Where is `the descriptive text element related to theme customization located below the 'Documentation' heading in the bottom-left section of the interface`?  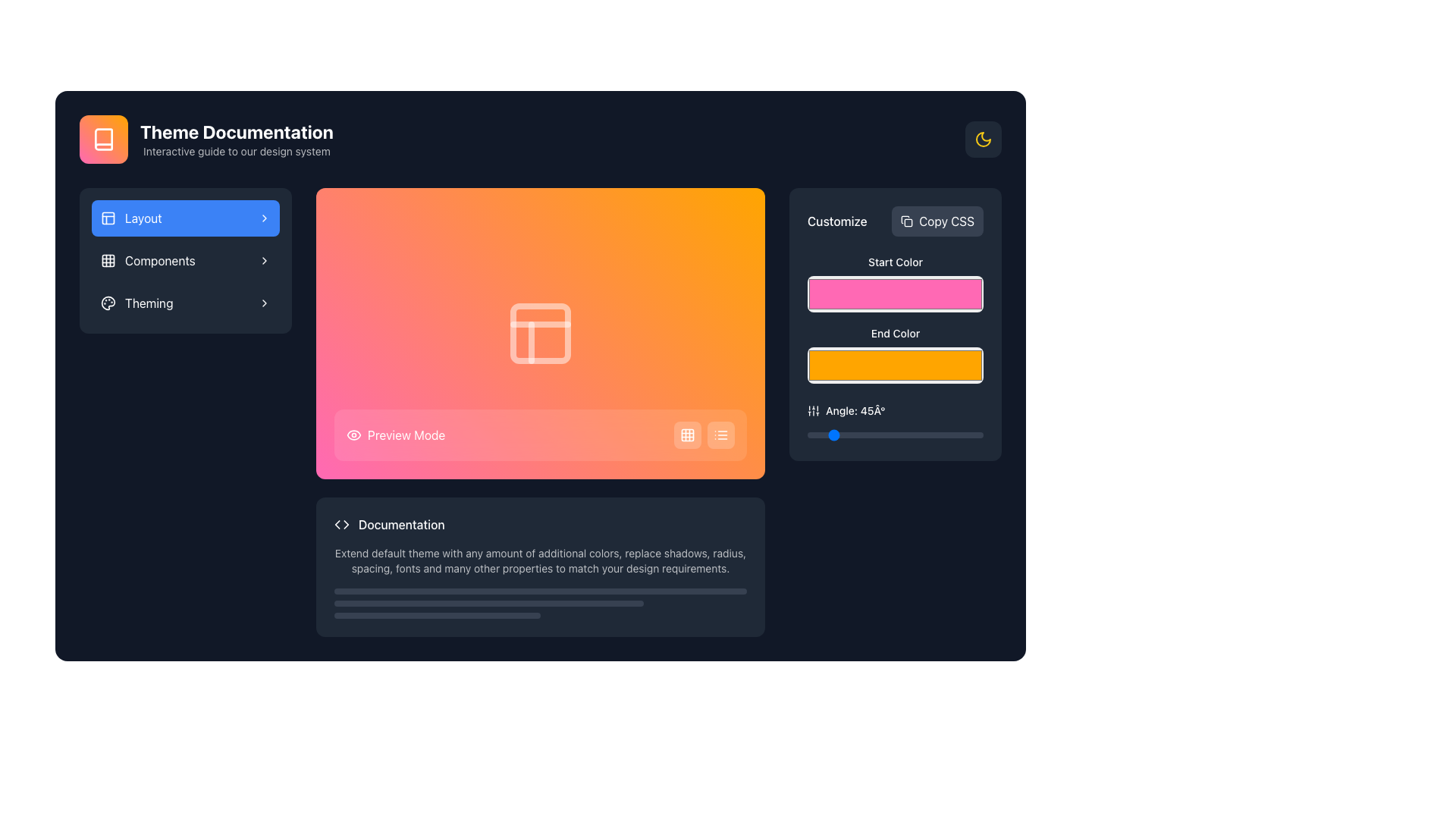
the descriptive text element related to theme customization located below the 'Documentation' heading in the bottom-left section of the interface is located at coordinates (541, 561).